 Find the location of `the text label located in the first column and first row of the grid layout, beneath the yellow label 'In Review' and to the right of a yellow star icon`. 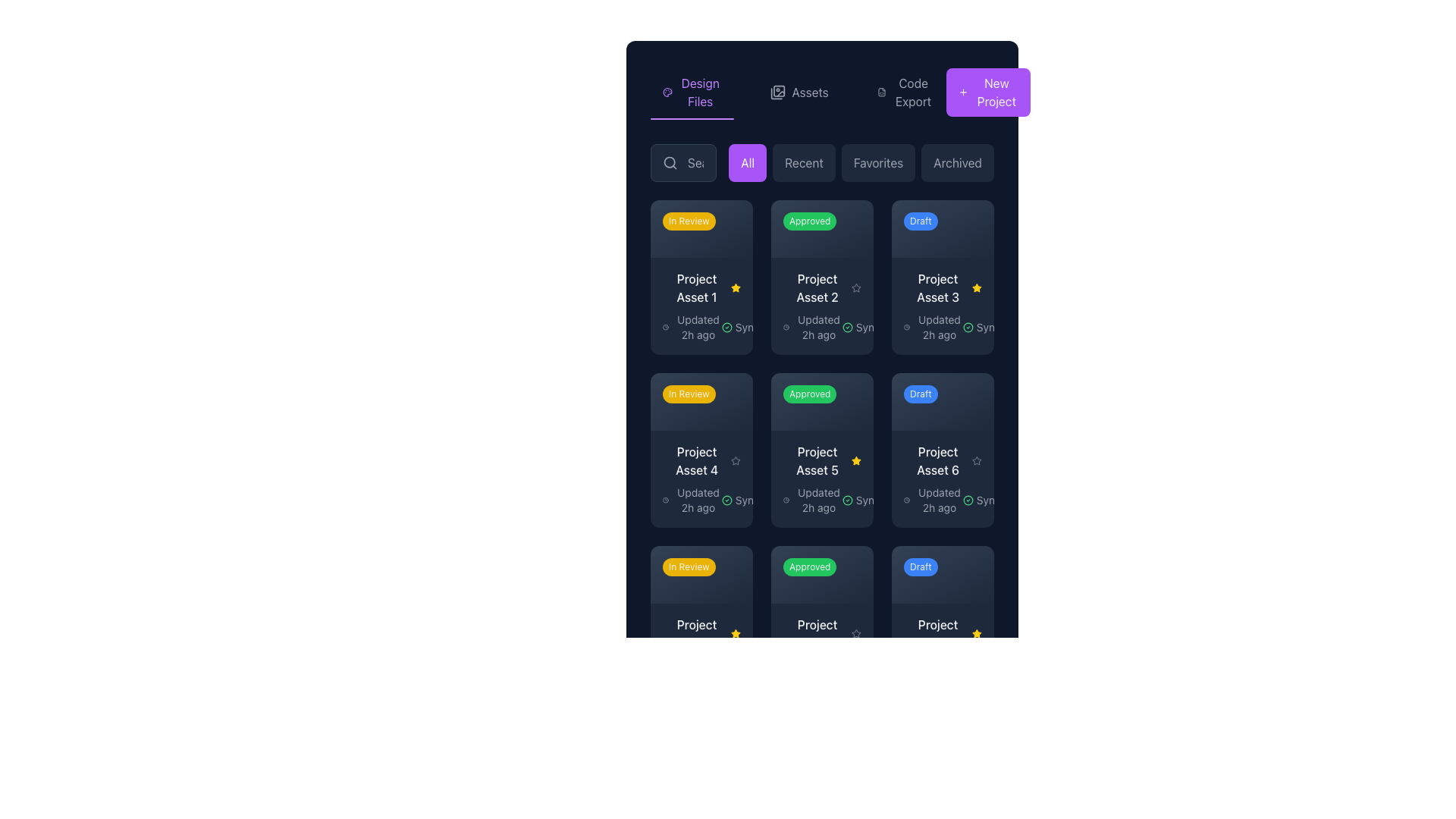

the text label located in the first column and first row of the grid layout, beneath the yellow label 'In Review' and to the right of a yellow star icon is located at coordinates (695, 287).